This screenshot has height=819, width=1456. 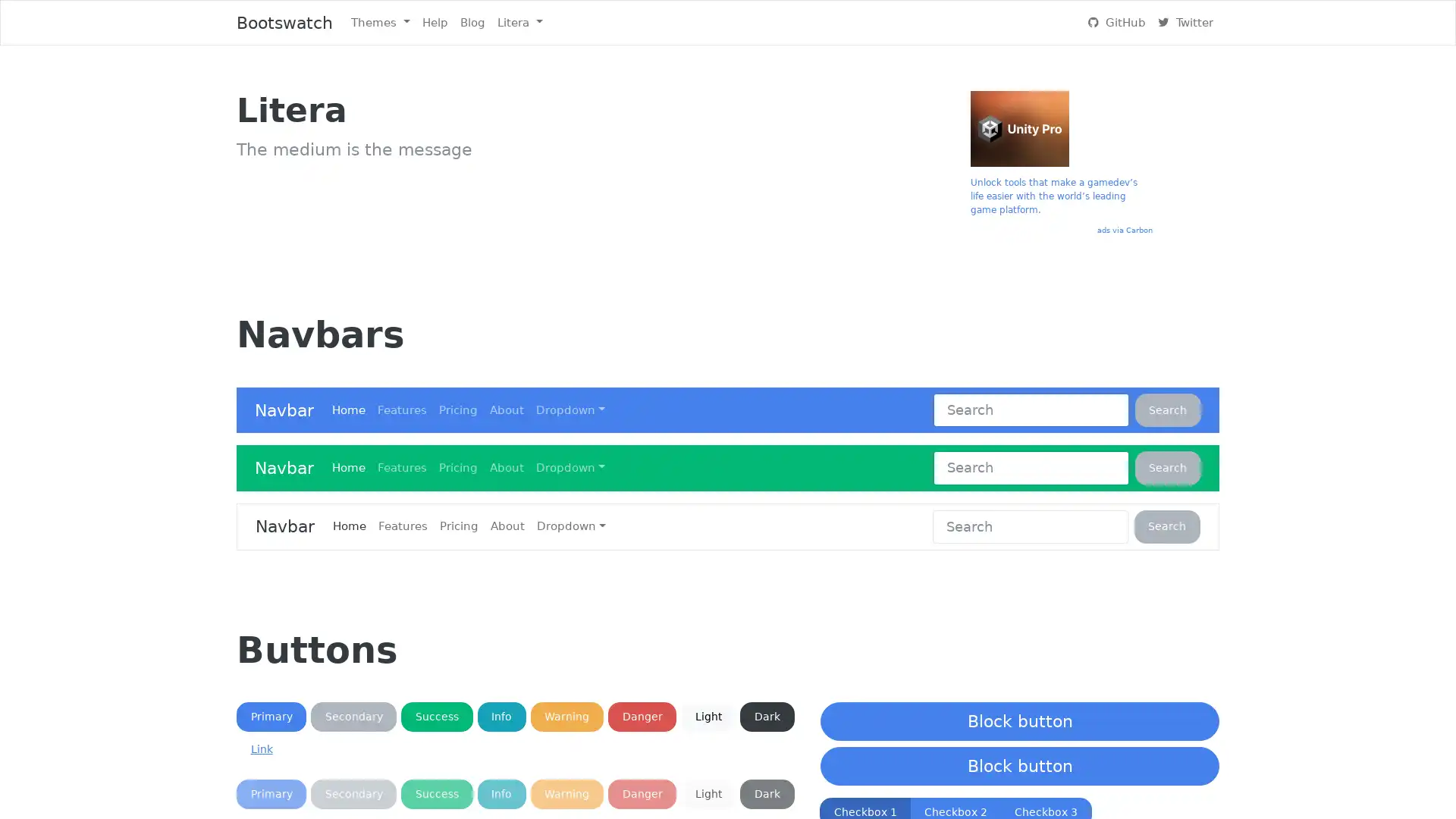 What do you see at coordinates (1019, 766) in the screenshot?
I see `Block button` at bounding box center [1019, 766].